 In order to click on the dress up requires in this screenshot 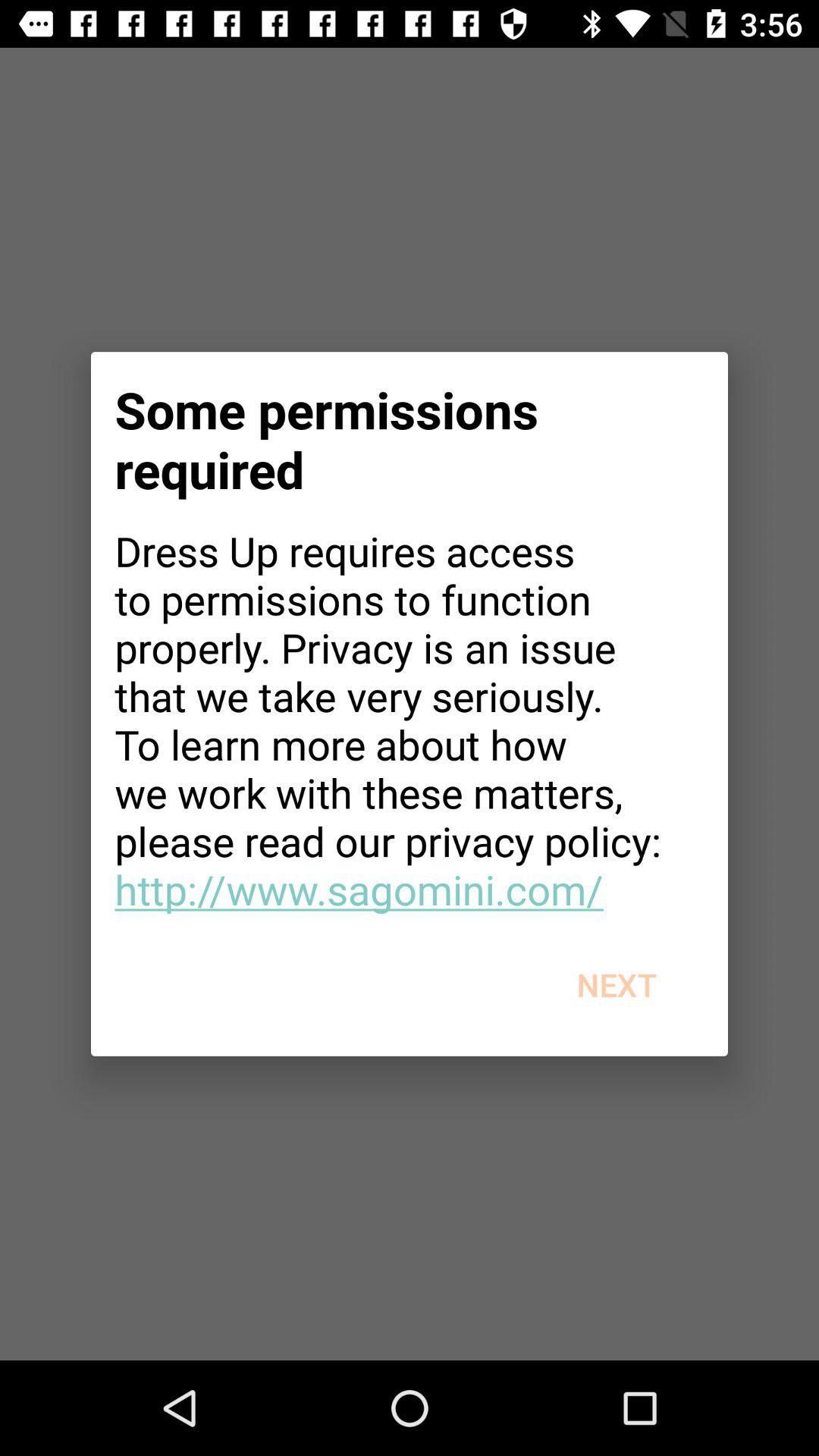, I will do `click(409, 719)`.